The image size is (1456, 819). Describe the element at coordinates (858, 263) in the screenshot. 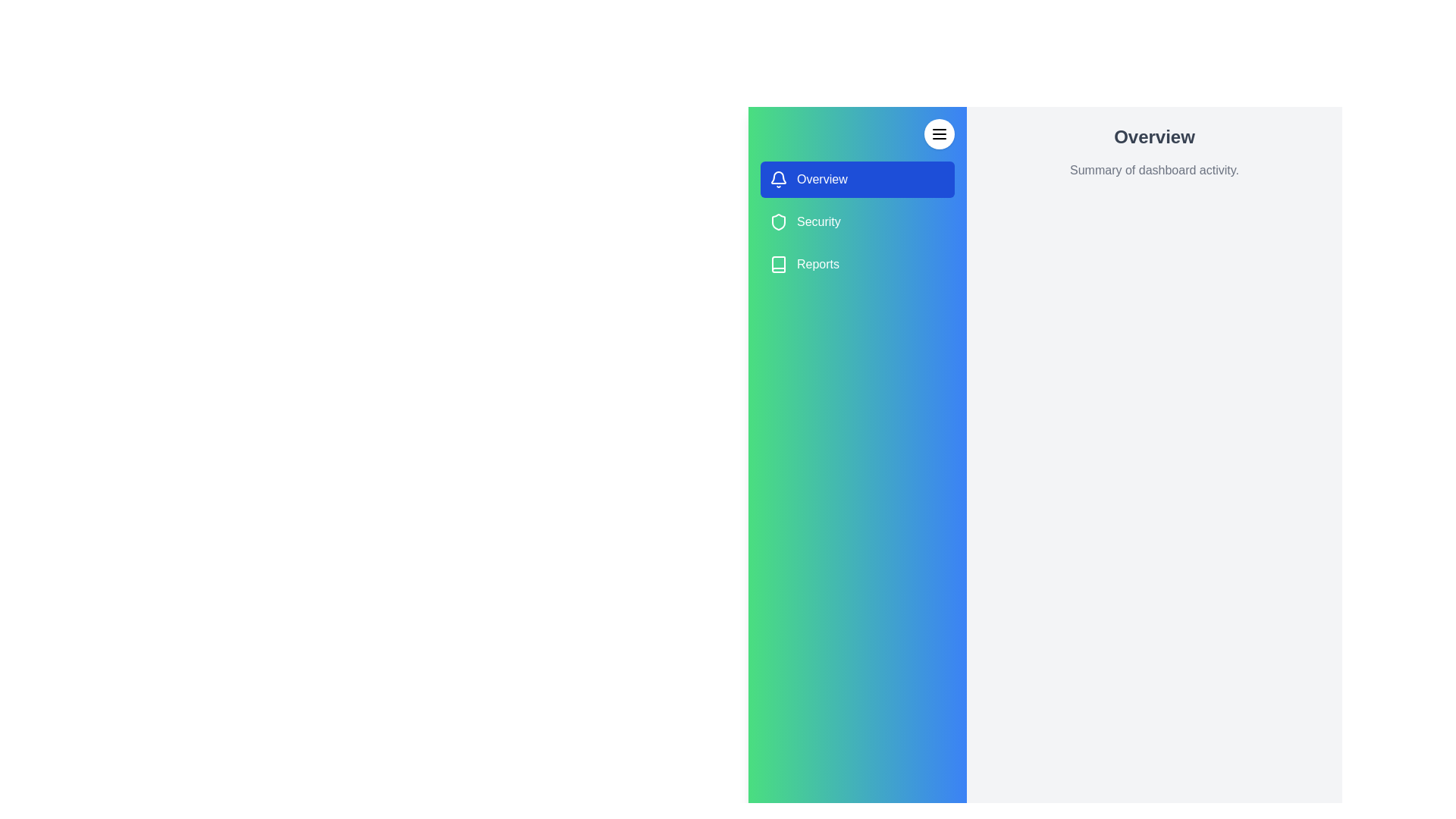

I see `the menu item corresponding to the section Reports` at that location.